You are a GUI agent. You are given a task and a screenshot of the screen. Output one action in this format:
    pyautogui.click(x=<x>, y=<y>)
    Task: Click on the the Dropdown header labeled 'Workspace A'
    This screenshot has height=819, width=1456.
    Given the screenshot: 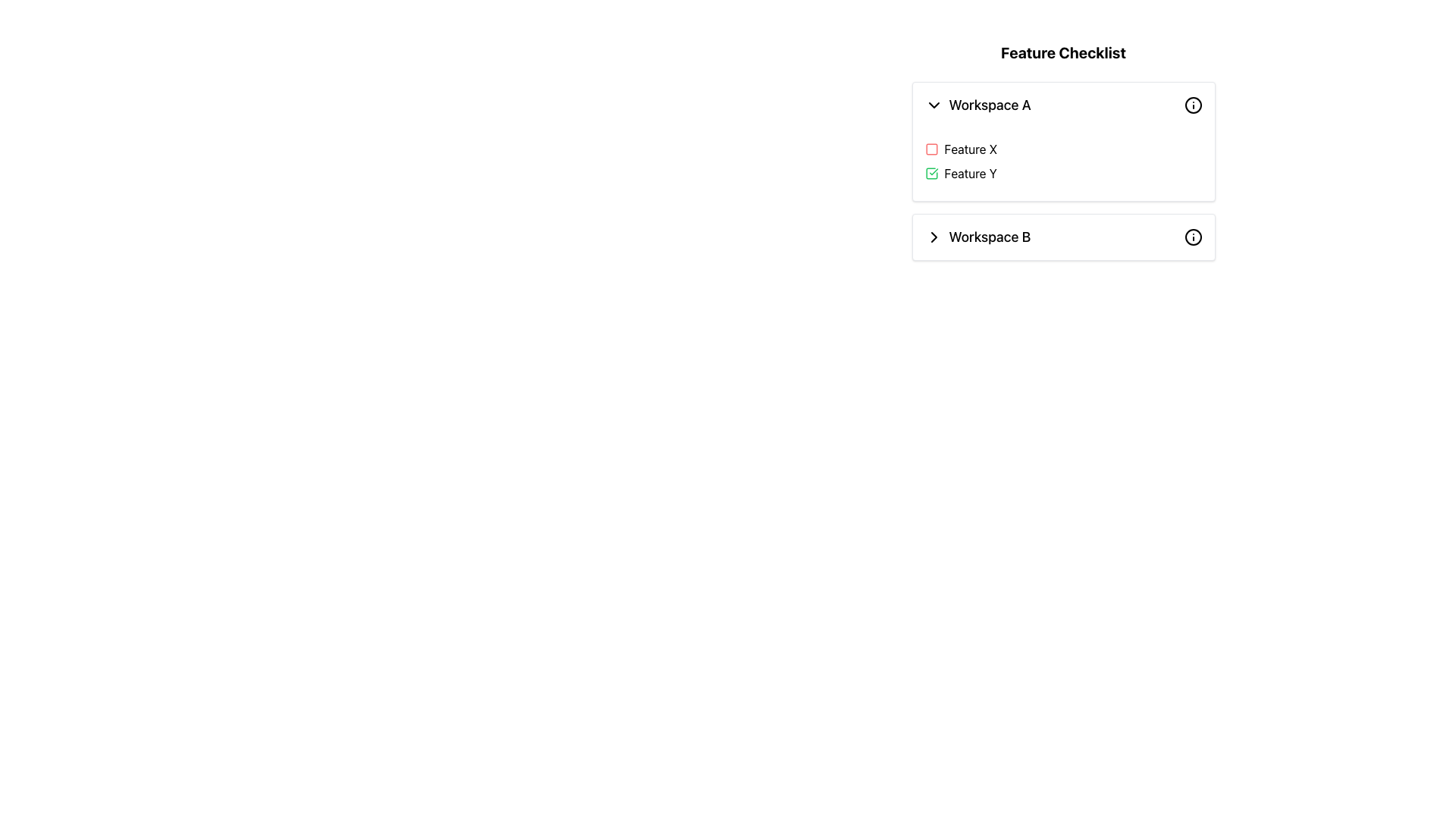 What is the action you would take?
    pyautogui.click(x=977, y=104)
    